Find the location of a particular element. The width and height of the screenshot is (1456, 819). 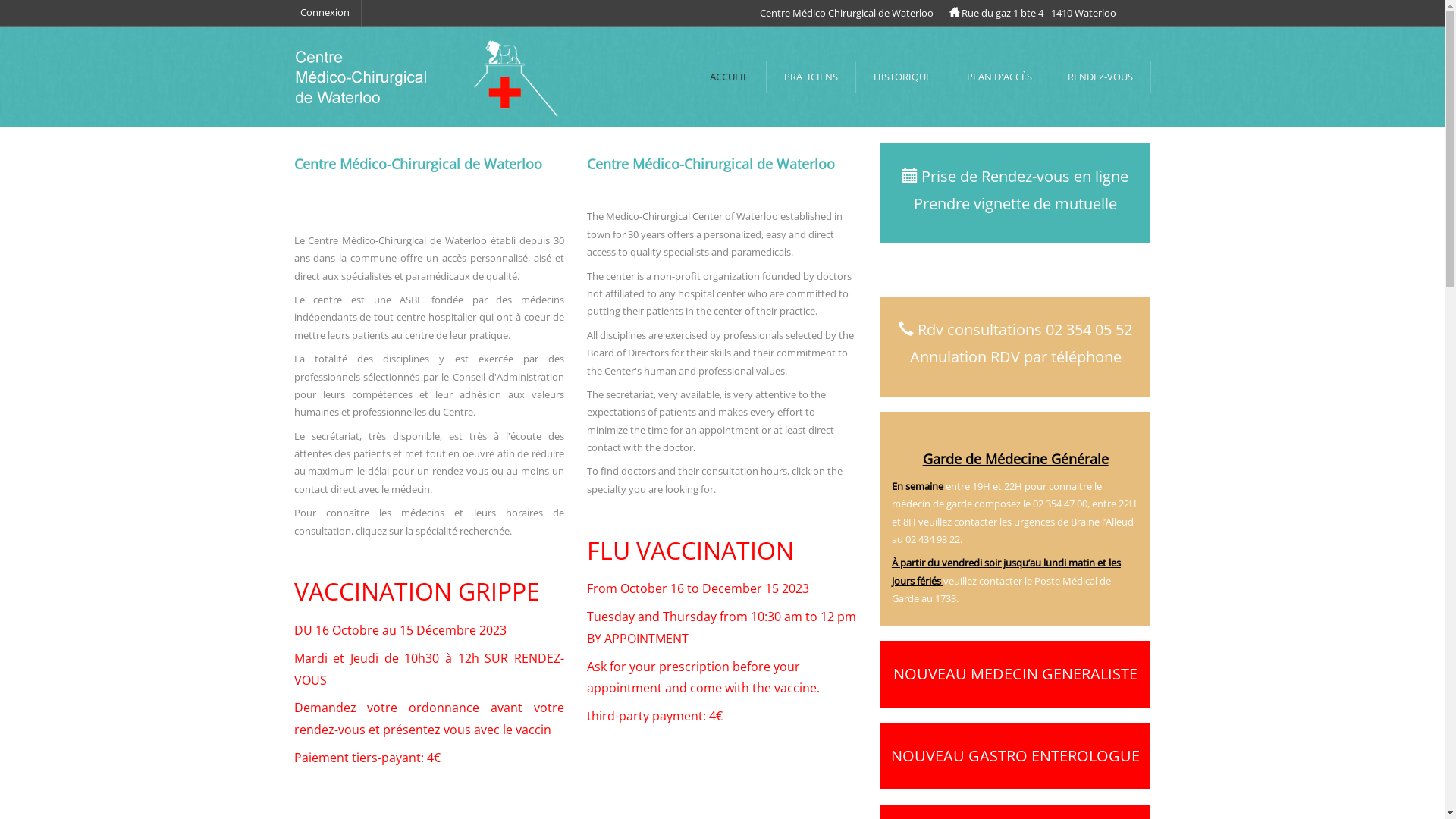

'RENDEZ-VOUS' is located at coordinates (1100, 77).